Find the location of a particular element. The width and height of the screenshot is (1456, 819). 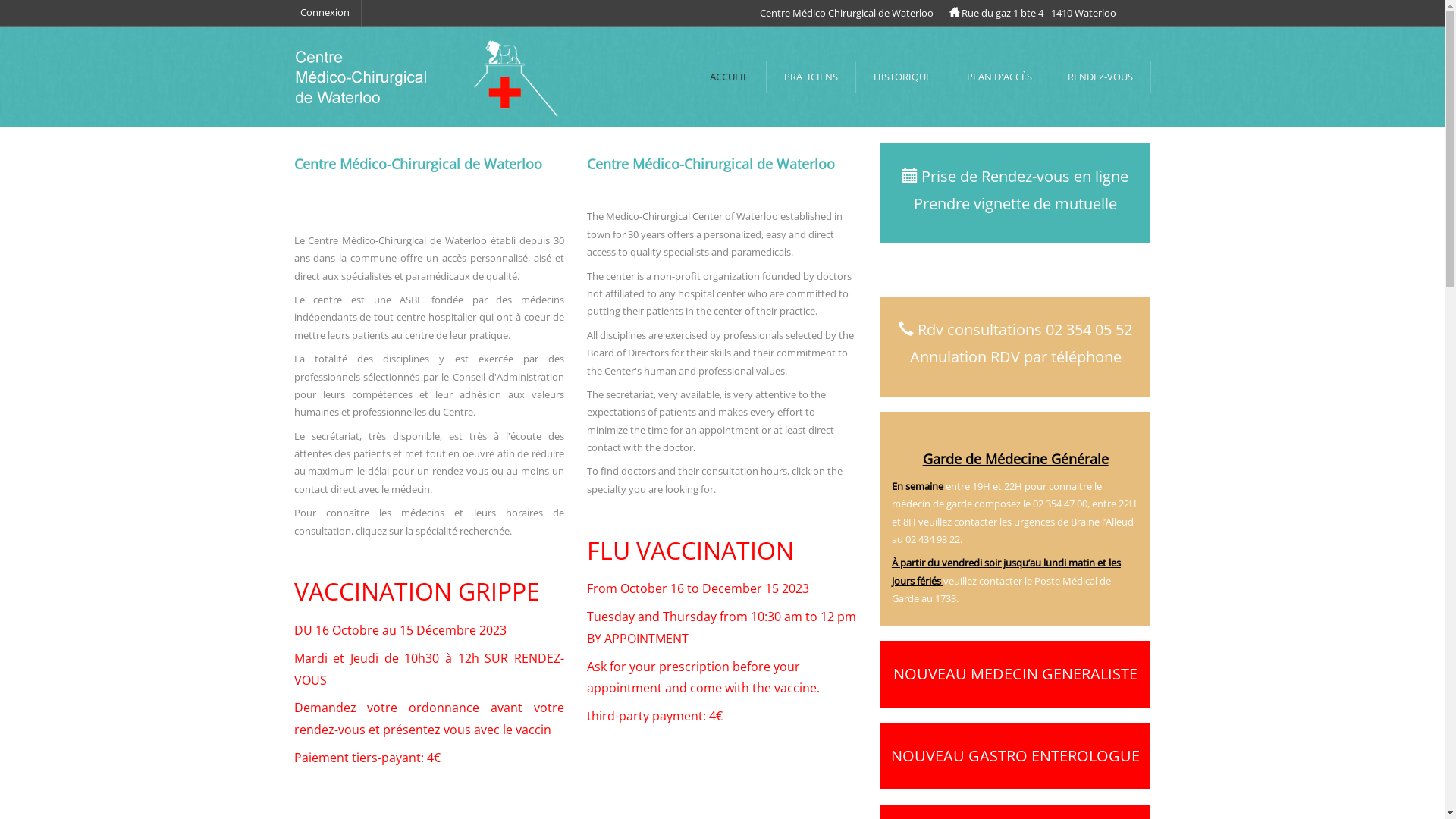

'RENDEZ-VOUS' is located at coordinates (1100, 77).